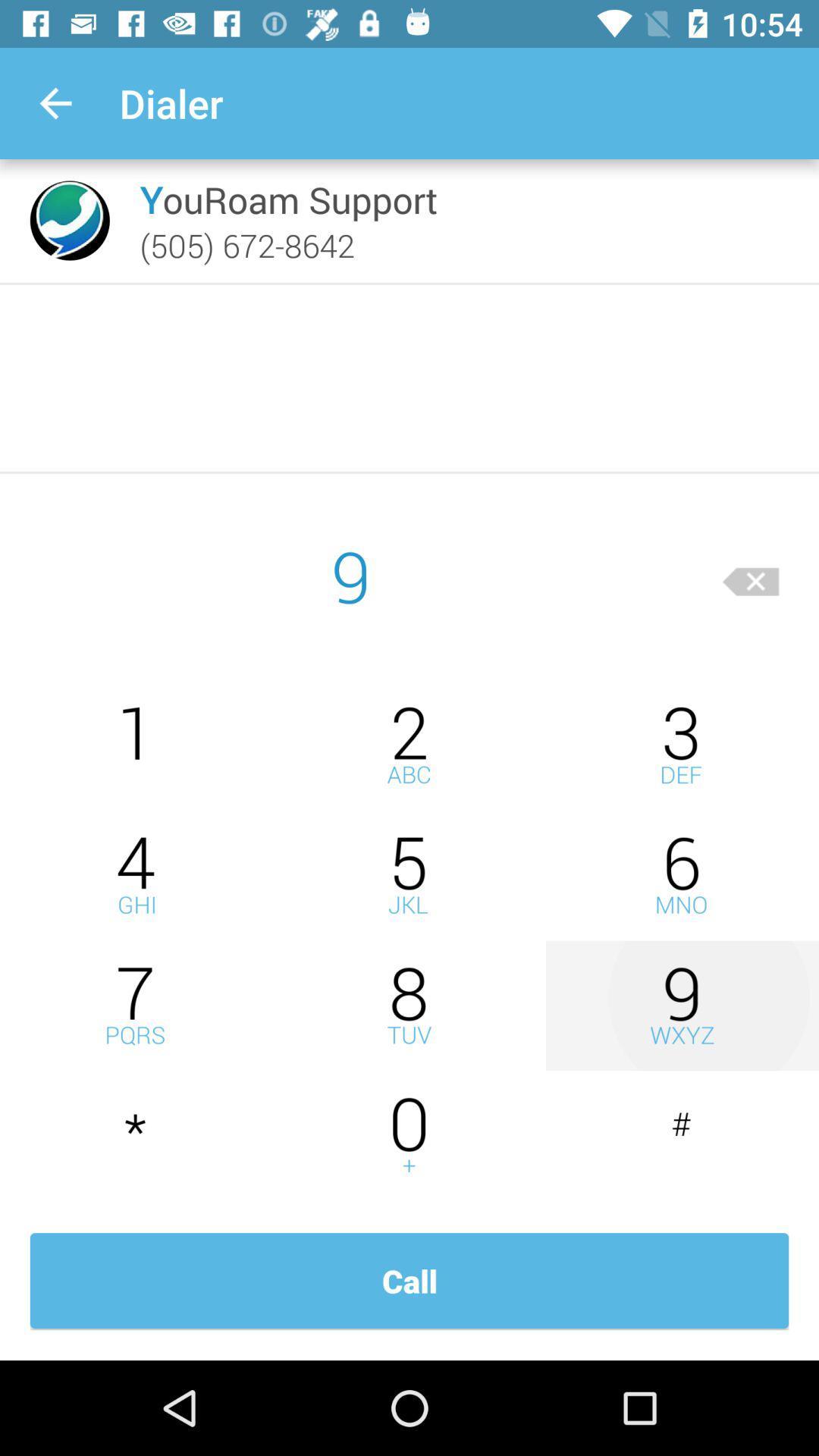 Image resolution: width=819 pixels, height=1456 pixels. Describe the element at coordinates (136, 875) in the screenshot. I see `number four` at that location.